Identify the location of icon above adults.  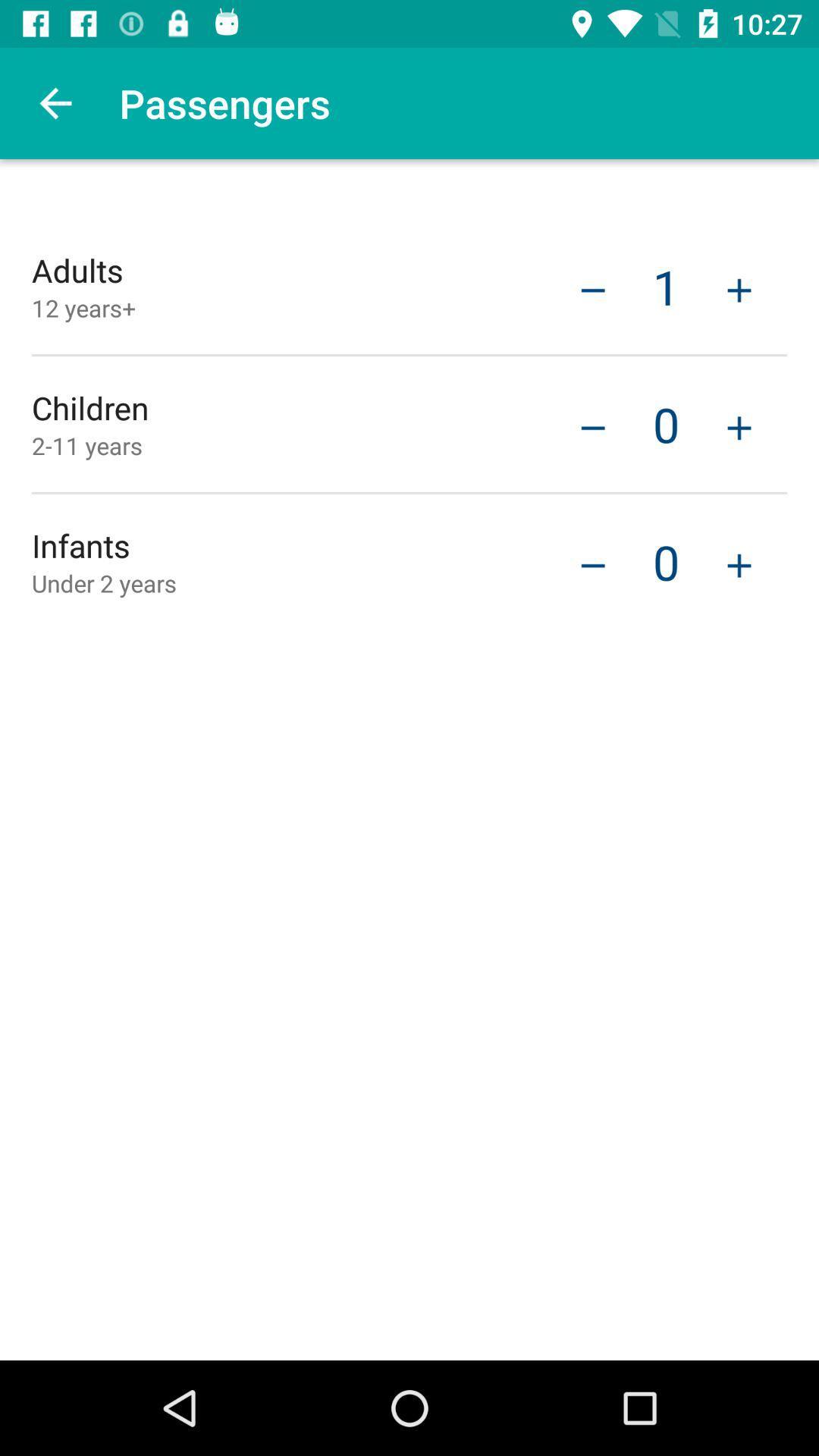
(55, 102).